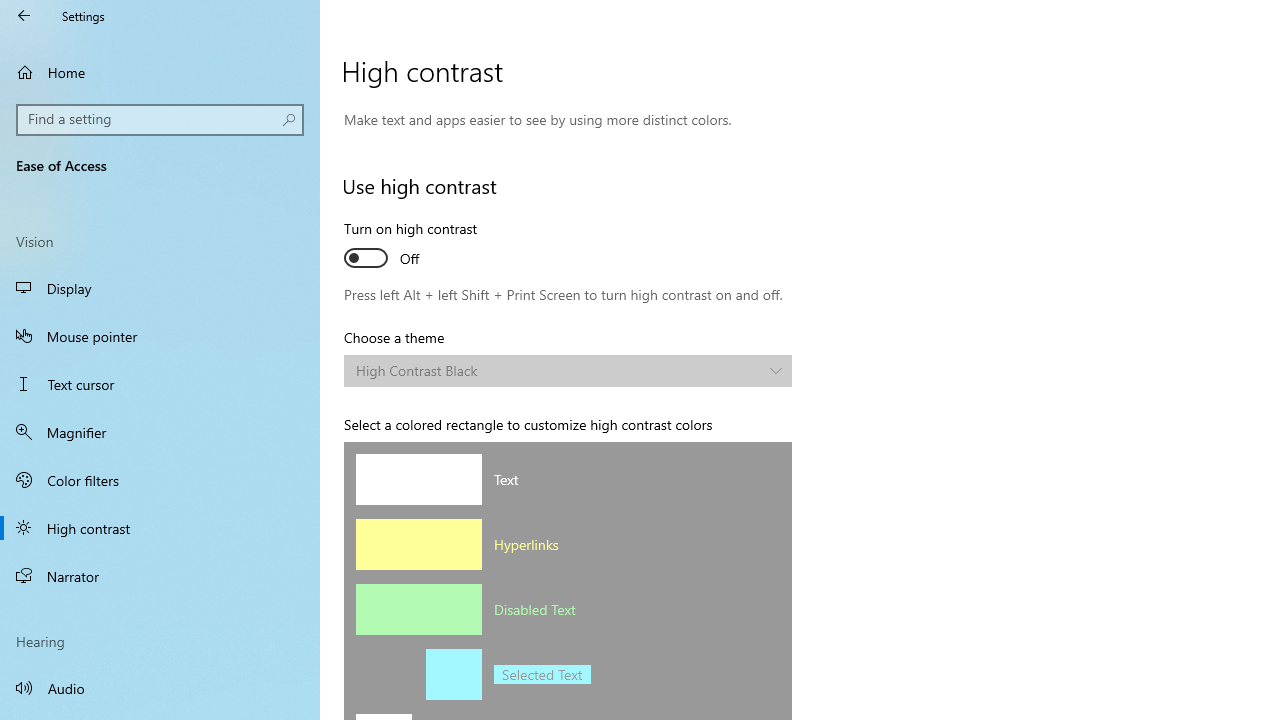  I want to click on 'Text cursor', so click(160, 384).